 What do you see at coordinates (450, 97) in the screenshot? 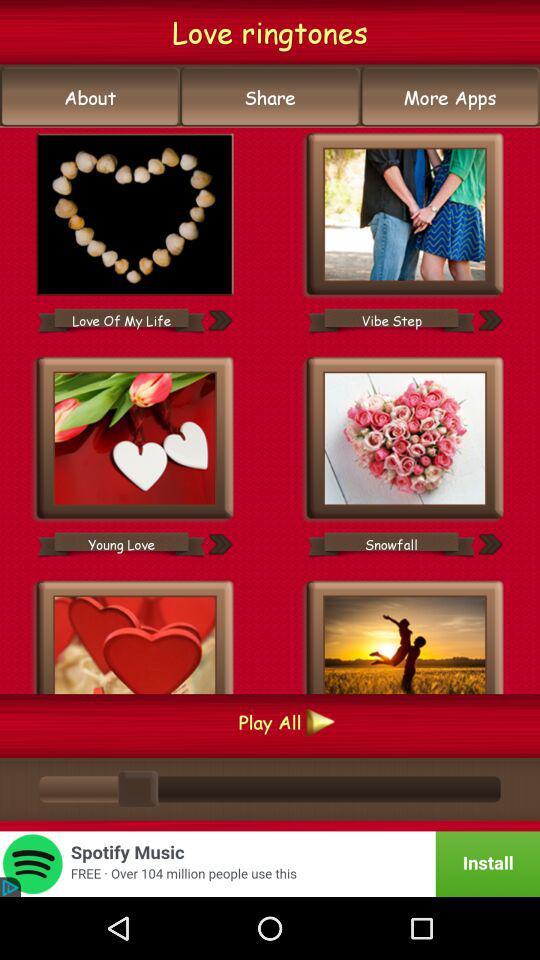
I see `the button next to the share item` at bounding box center [450, 97].